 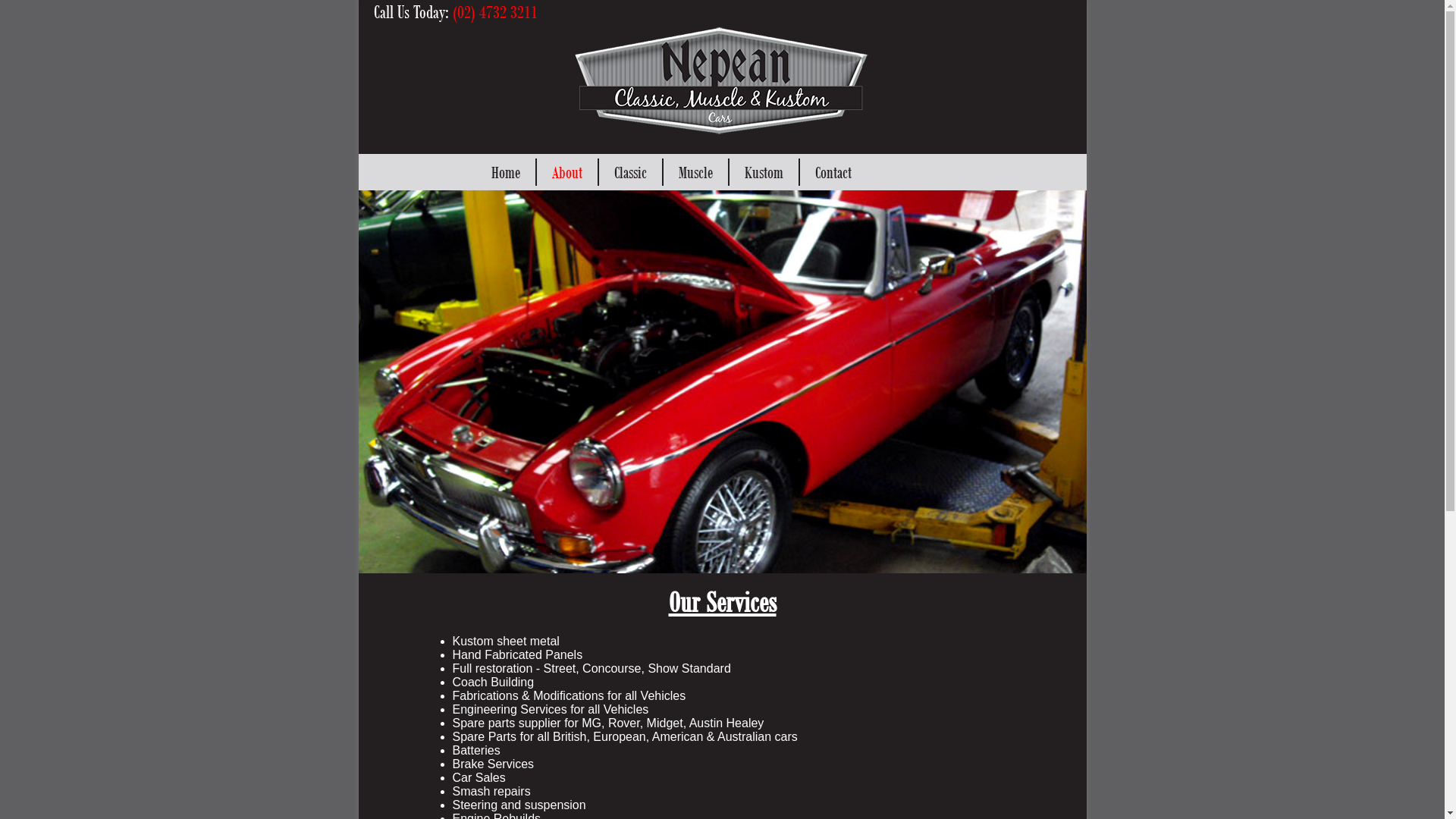 I want to click on 'Contact', so click(x=832, y=171).